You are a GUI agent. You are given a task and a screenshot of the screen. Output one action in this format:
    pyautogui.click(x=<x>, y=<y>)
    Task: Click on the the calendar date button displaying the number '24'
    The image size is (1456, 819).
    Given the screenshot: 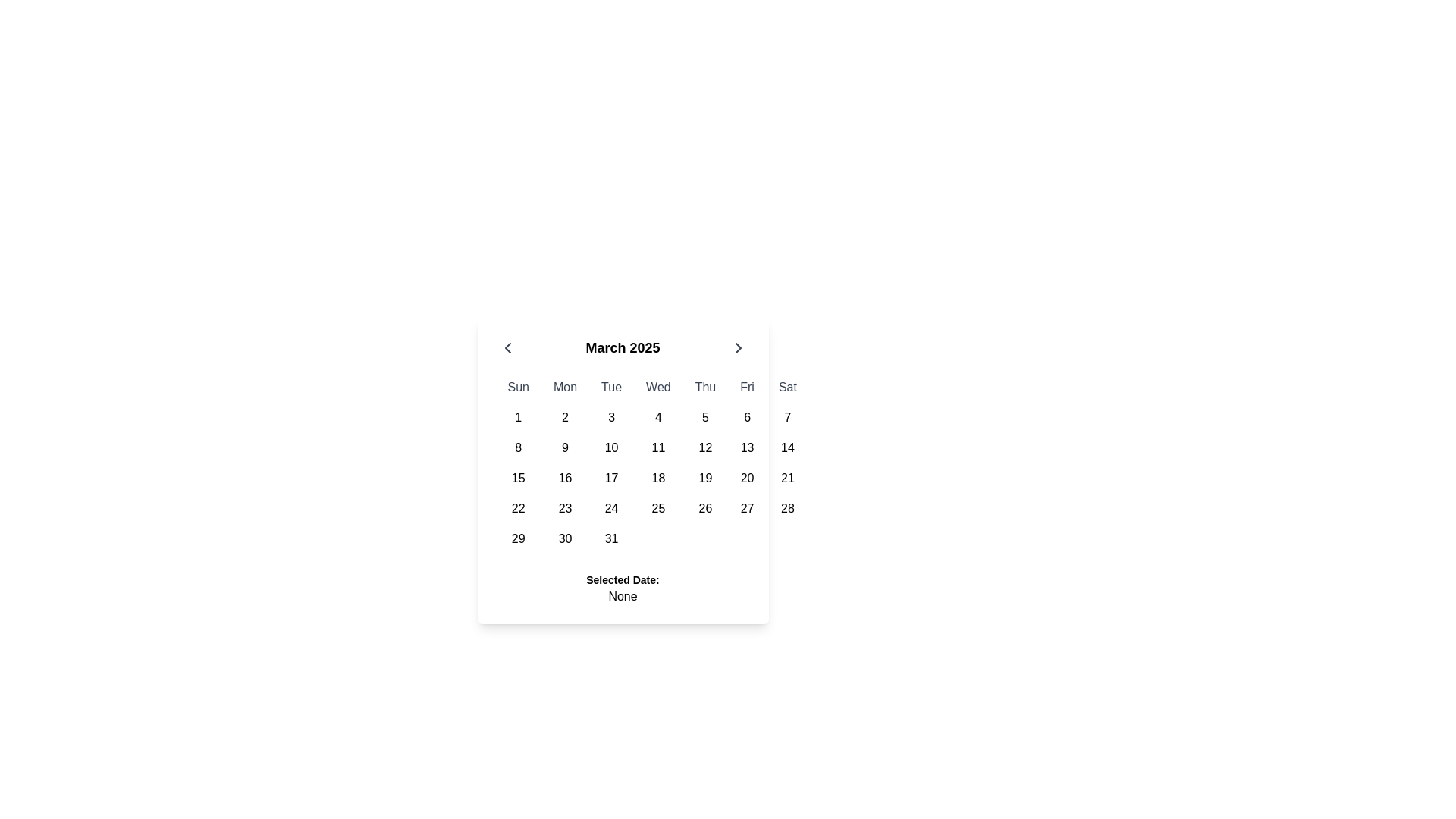 What is the action you would take?
    pyautogui.click(x=611, y=509)
    